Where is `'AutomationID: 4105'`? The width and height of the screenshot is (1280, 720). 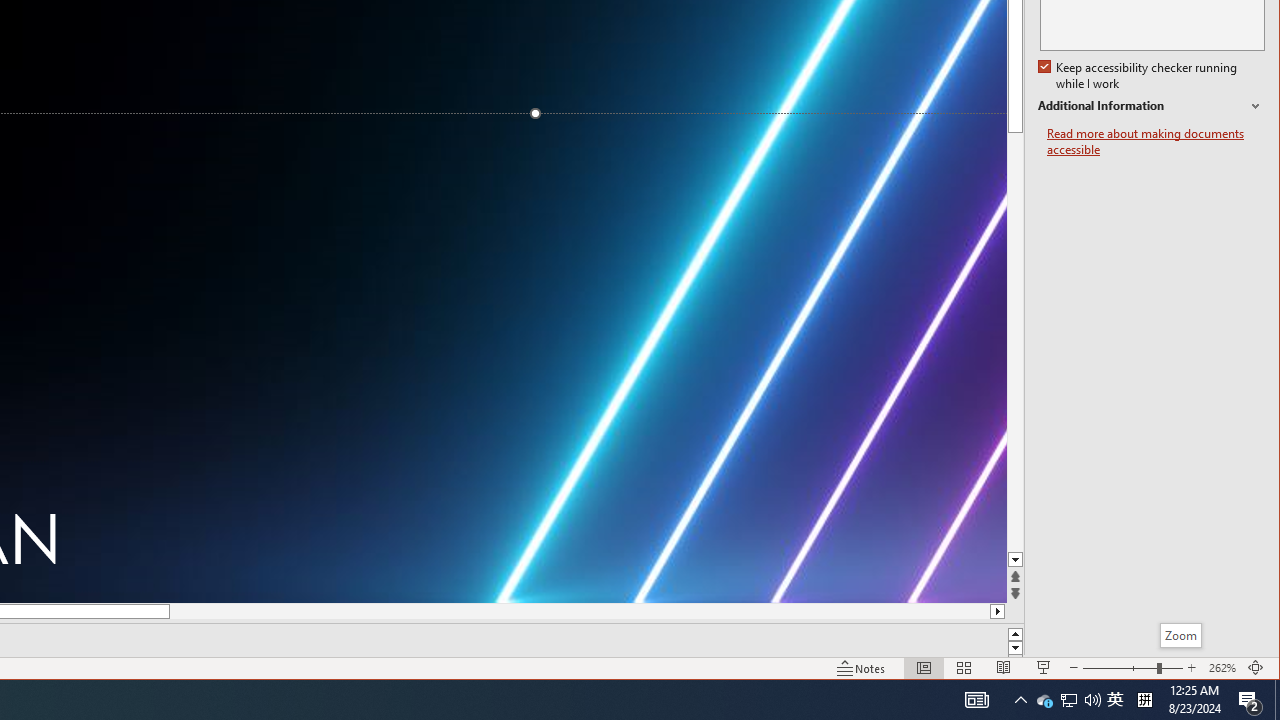 'AutomationID: 4105' is located at coordinates (977, 698).